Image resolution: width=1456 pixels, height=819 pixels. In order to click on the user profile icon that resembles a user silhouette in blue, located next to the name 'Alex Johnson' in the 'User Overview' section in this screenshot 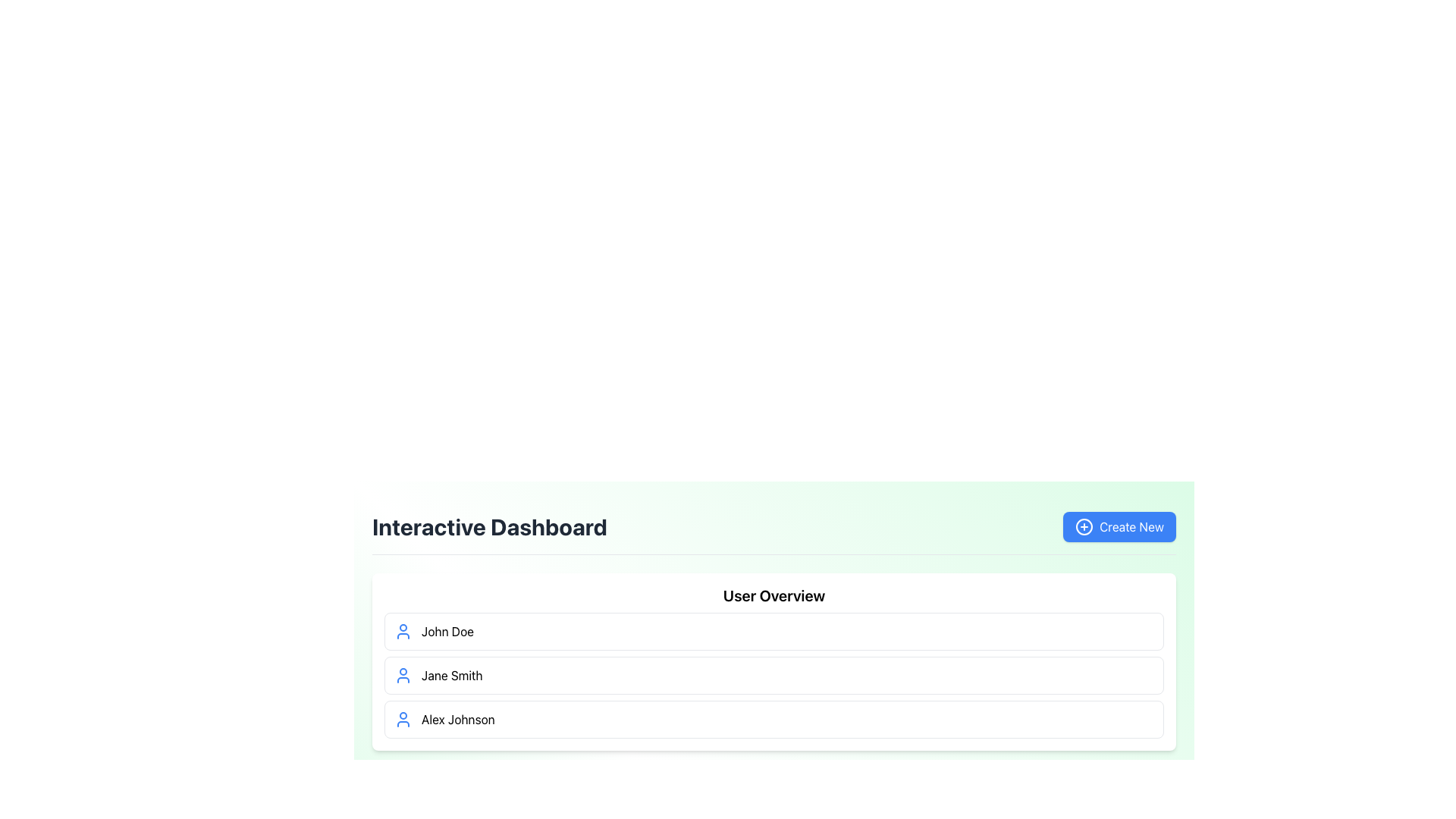, I will do `click(403, 718)`.